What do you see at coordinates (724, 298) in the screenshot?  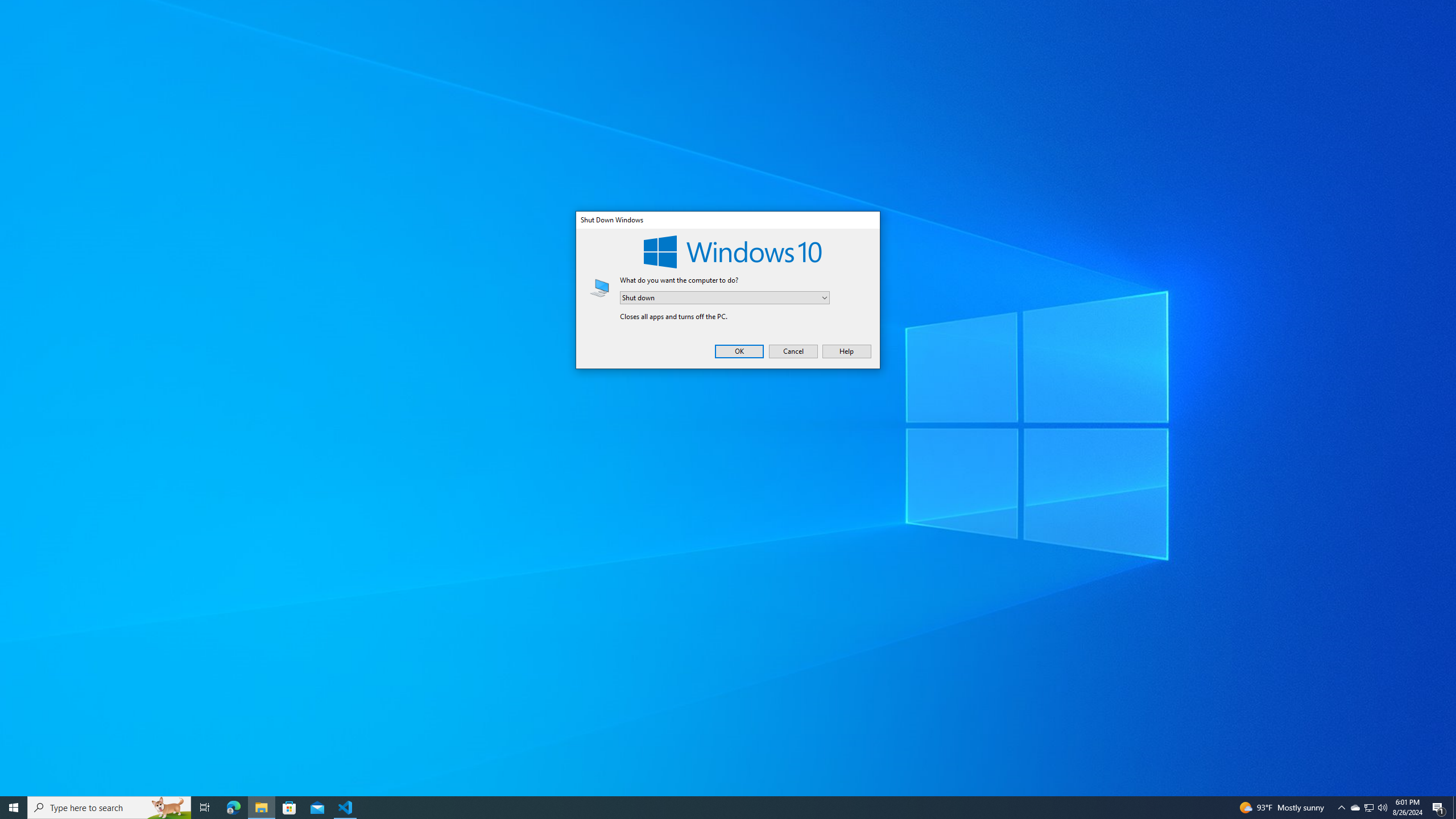 I see `'What do you want the computer to do?'` at bounding box center [724, 298].